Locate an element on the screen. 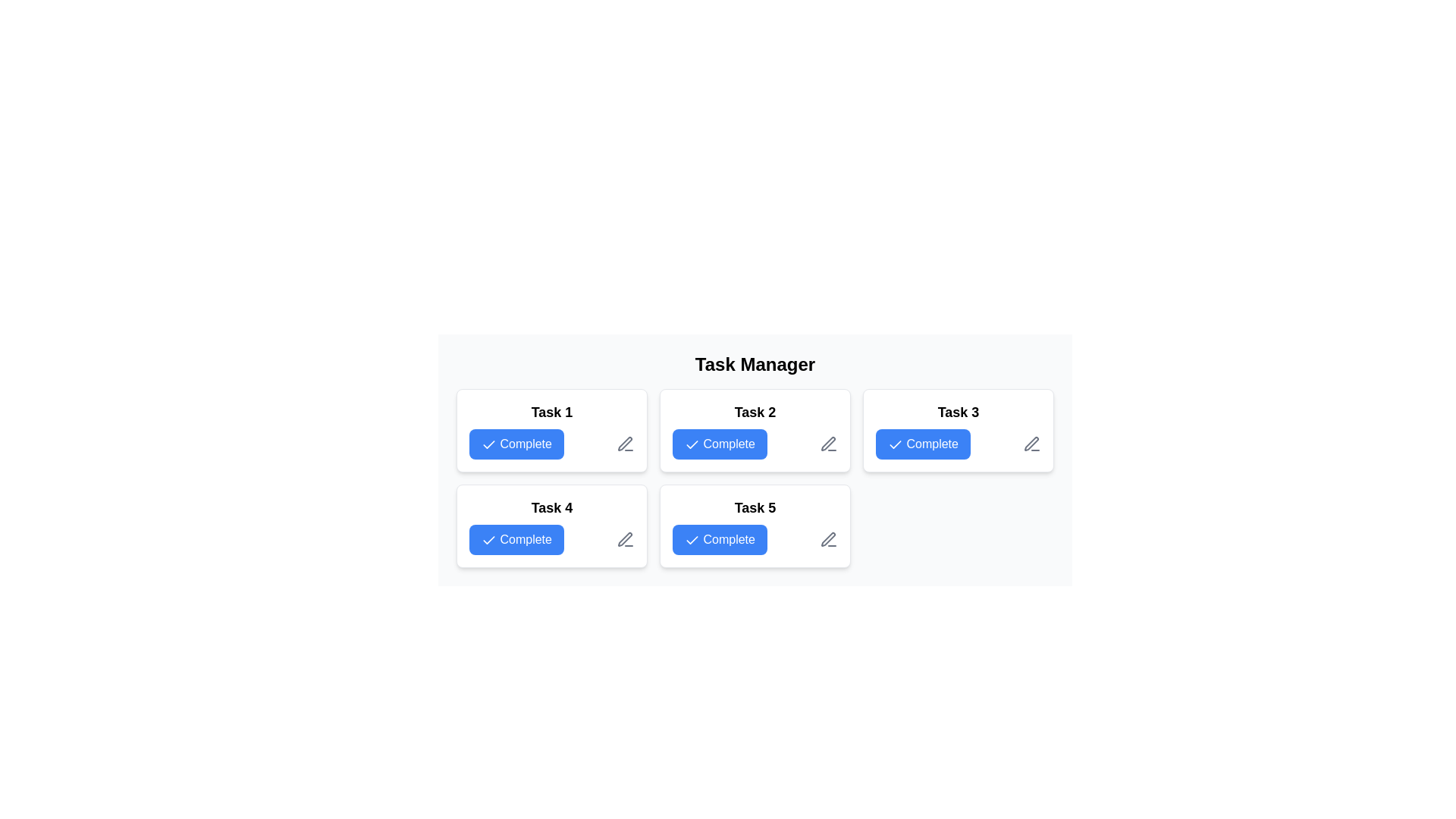 The image size is (1456, 819). the check icon inside the 'Complete' button located under 'Task 4' in the task grid layout is located at coordinates (488, 539).